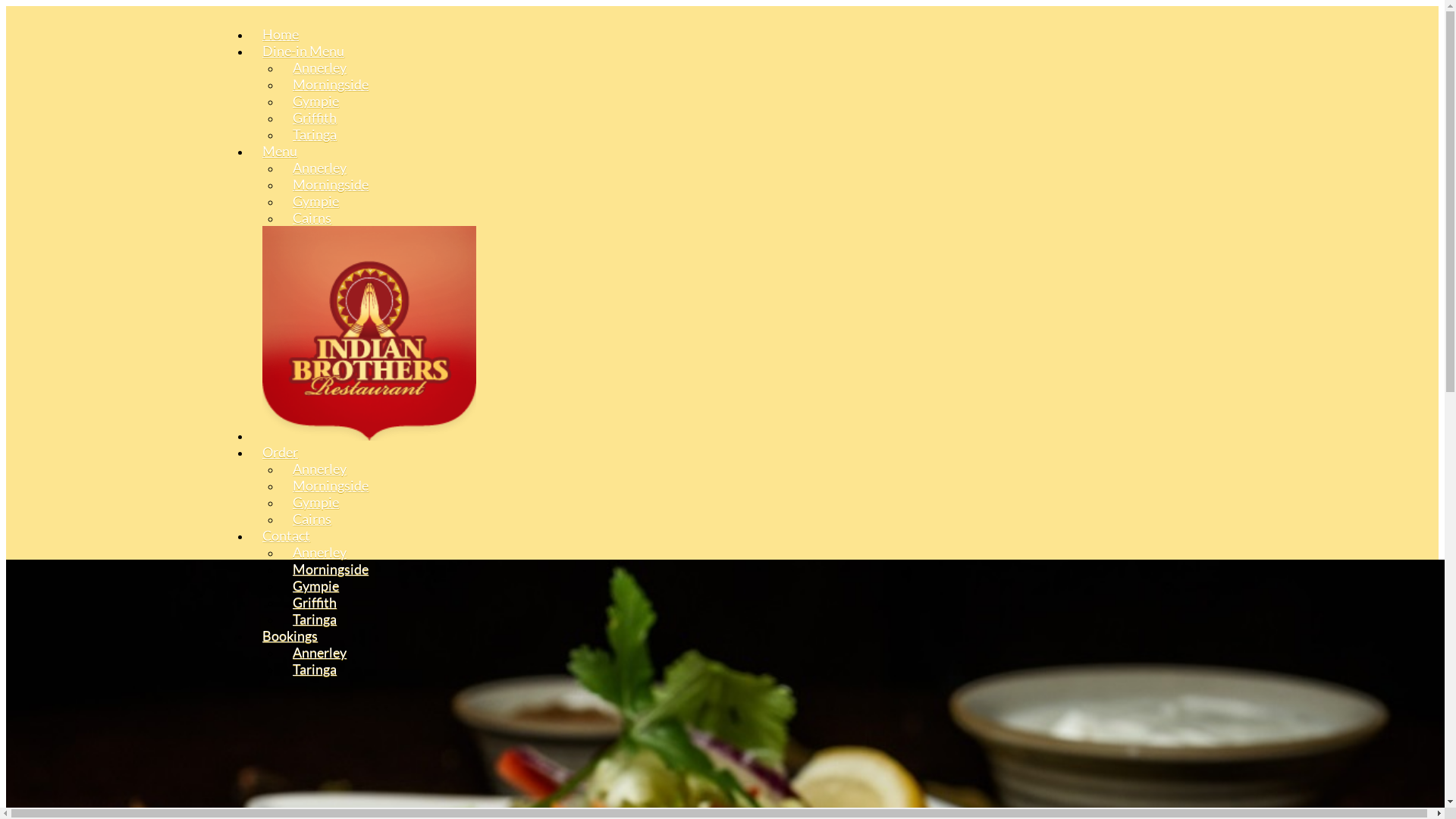 This screenshot has width=1456, height=819. Describe the element at coordinates (313, 619) in the screenshot. I see `'Taringa'` at that location.